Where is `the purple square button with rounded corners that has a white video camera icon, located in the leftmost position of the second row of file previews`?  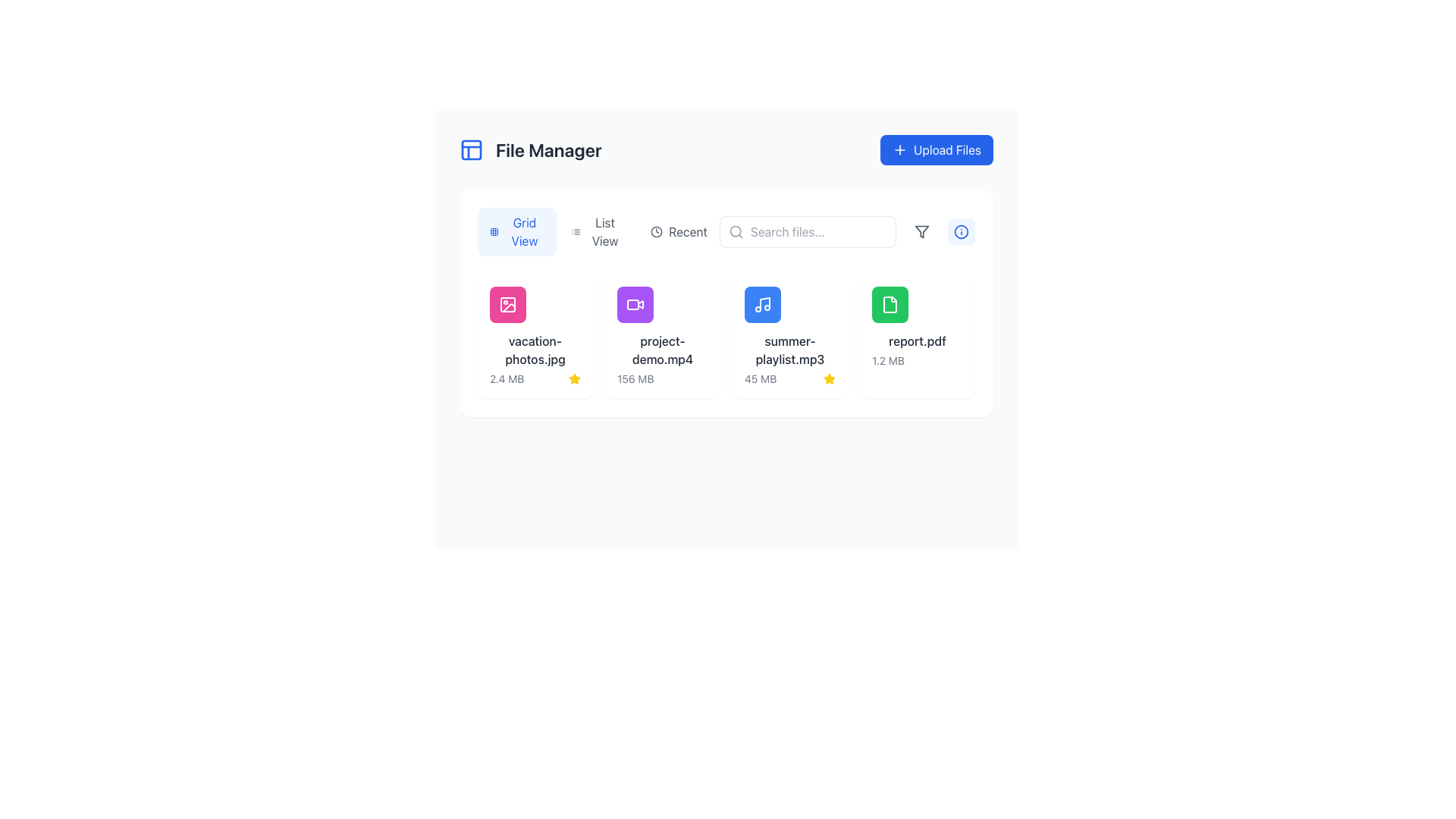 the purple square button with rounded corners that has a white video camera icon, located in the leftmost position of the second row of file previews is located at coordinates (635, 304).